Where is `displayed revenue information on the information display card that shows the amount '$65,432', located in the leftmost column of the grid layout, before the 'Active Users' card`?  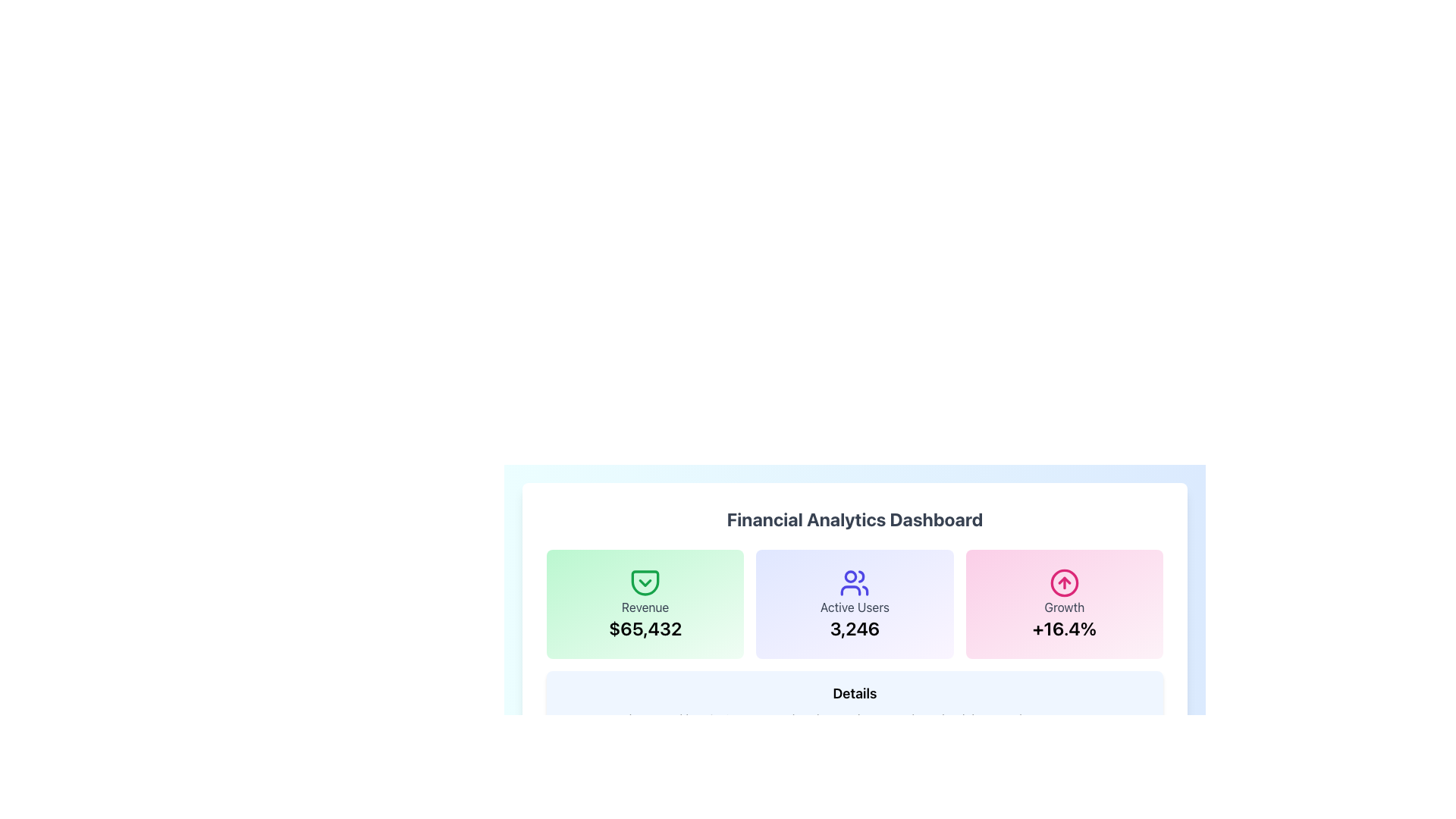 displayed revenue information on the information display card that shows the amount '$65,432', located in the leftmost column of the grid layout, before the 'Active Users' card is located at coordinates (645, 604).